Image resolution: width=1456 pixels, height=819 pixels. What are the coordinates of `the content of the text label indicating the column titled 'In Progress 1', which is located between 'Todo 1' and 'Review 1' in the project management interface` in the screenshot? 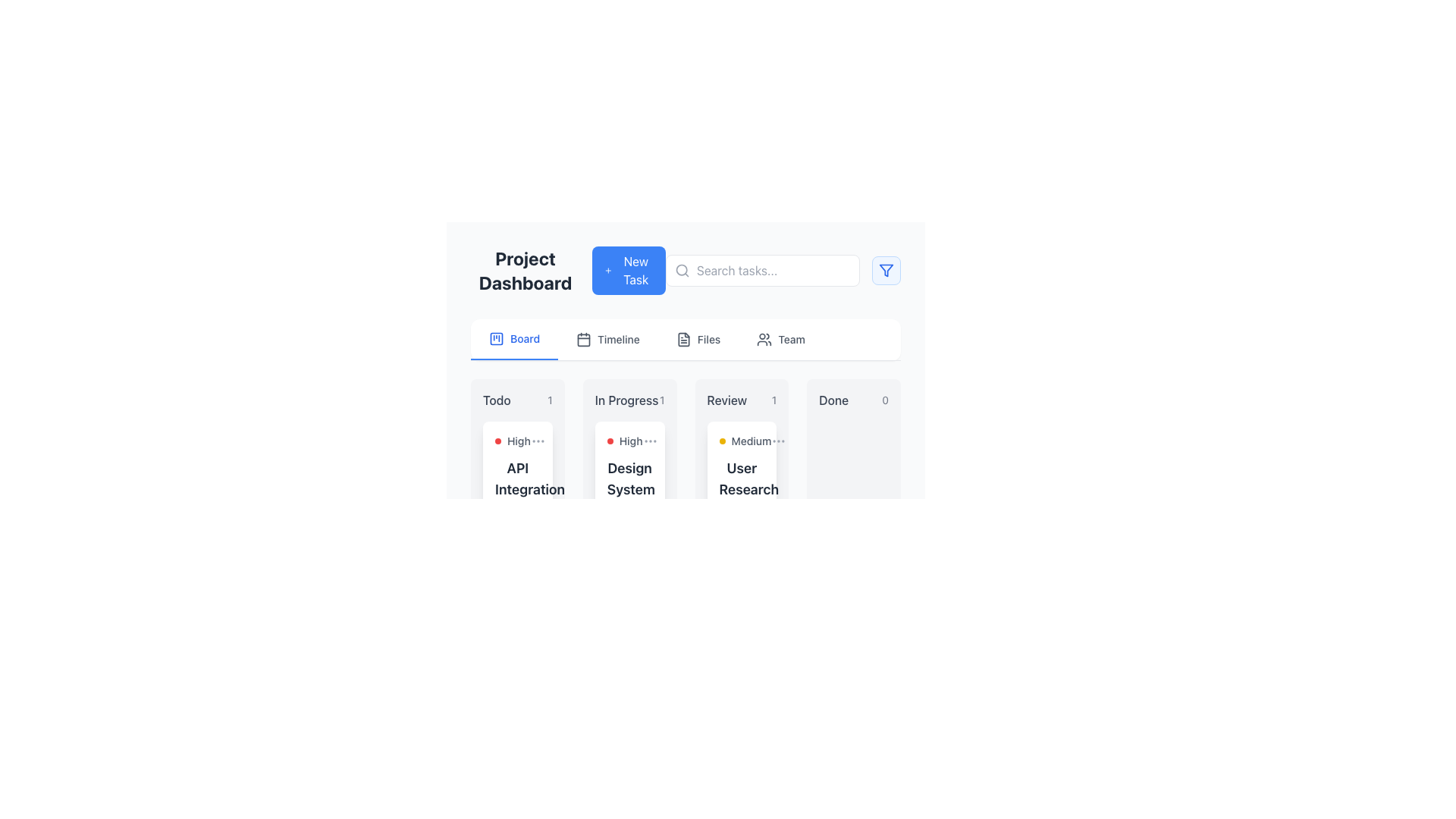 It's located at (626, 400).